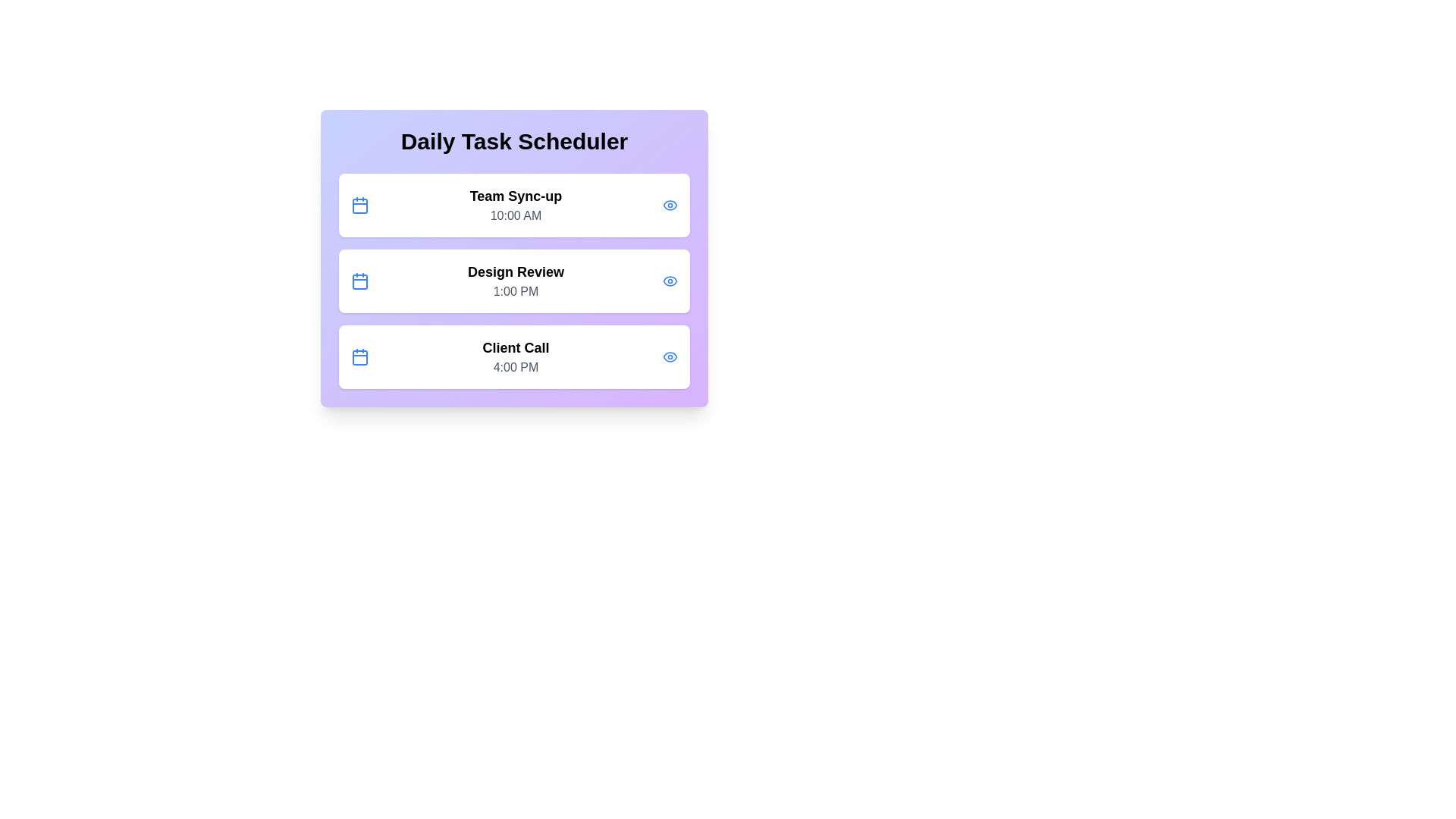 This screenshot has width=1456, height=819. What do you see at coordinates (359, 356) in the screenshot?
I see `the calendar icon for the task Client Call` at bounding box center [359, 356].